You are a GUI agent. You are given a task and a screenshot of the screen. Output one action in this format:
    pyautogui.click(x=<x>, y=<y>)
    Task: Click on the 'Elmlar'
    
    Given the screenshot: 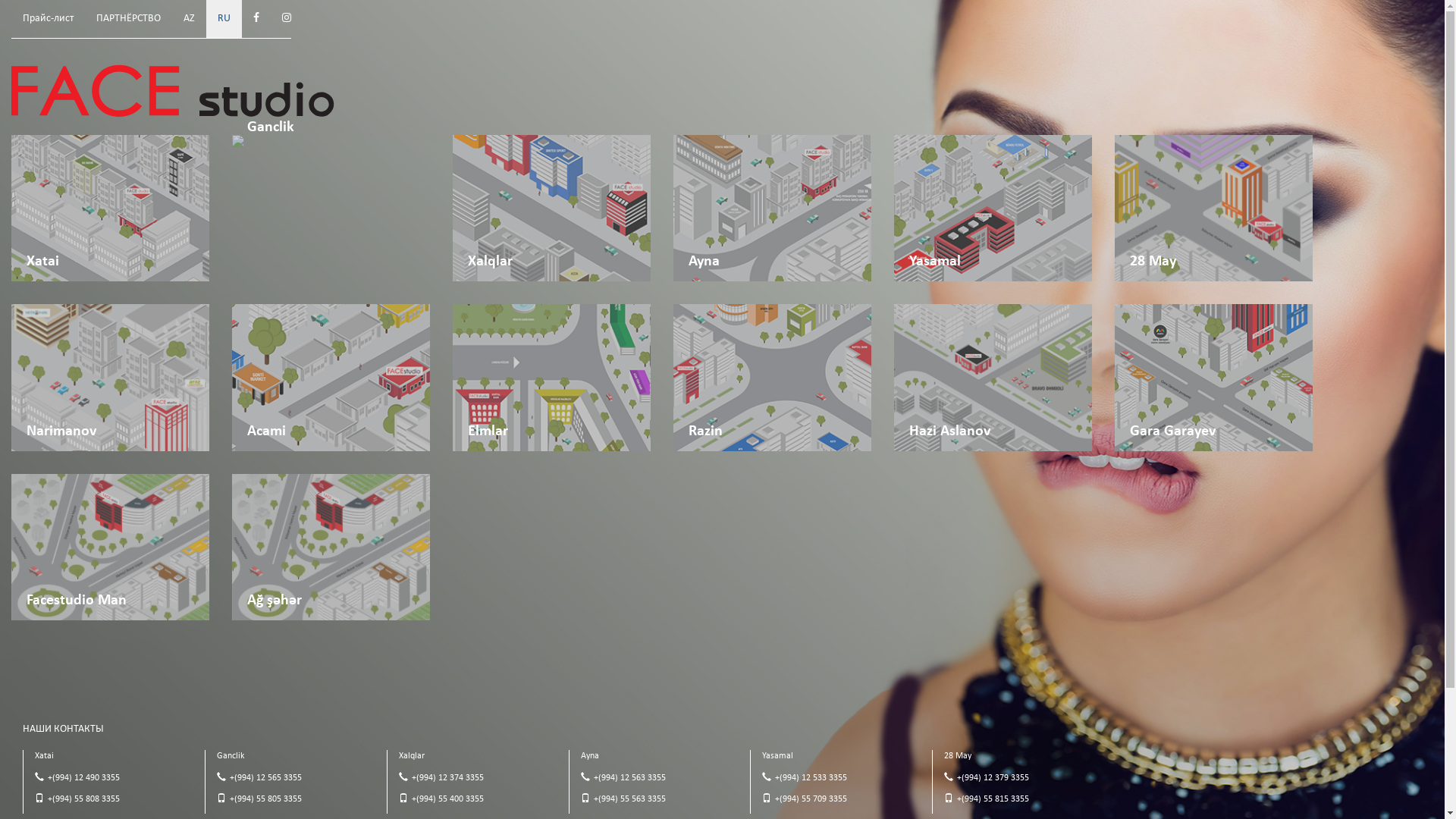 What is the action you would take?
    pyautogui.click(x=551, y=376)
    